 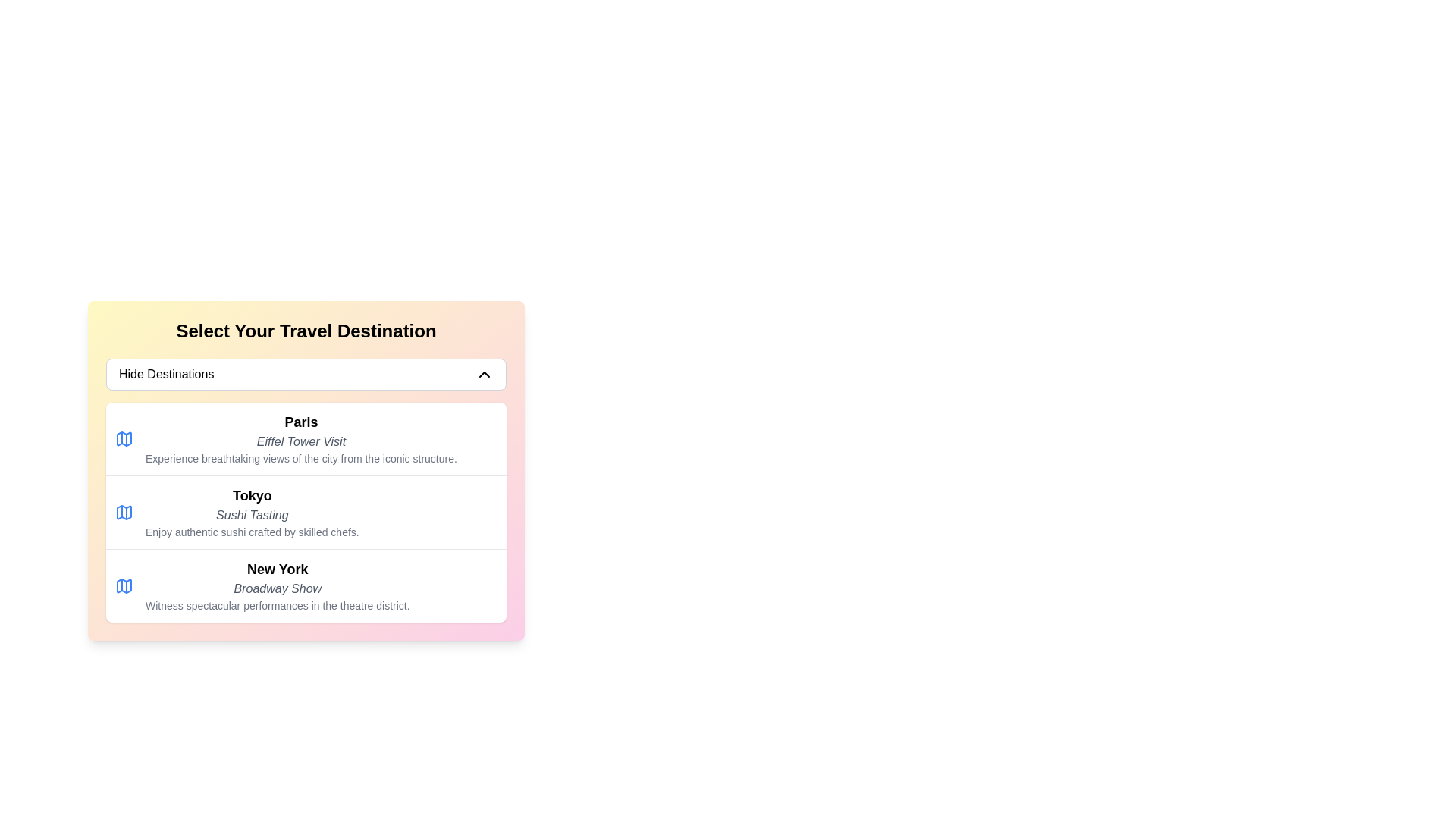 I want to click on the text element styled in bold and large font that reads 'New York', which is positioned prominently as a title within the travel destination description, so click(x=278, y=570).